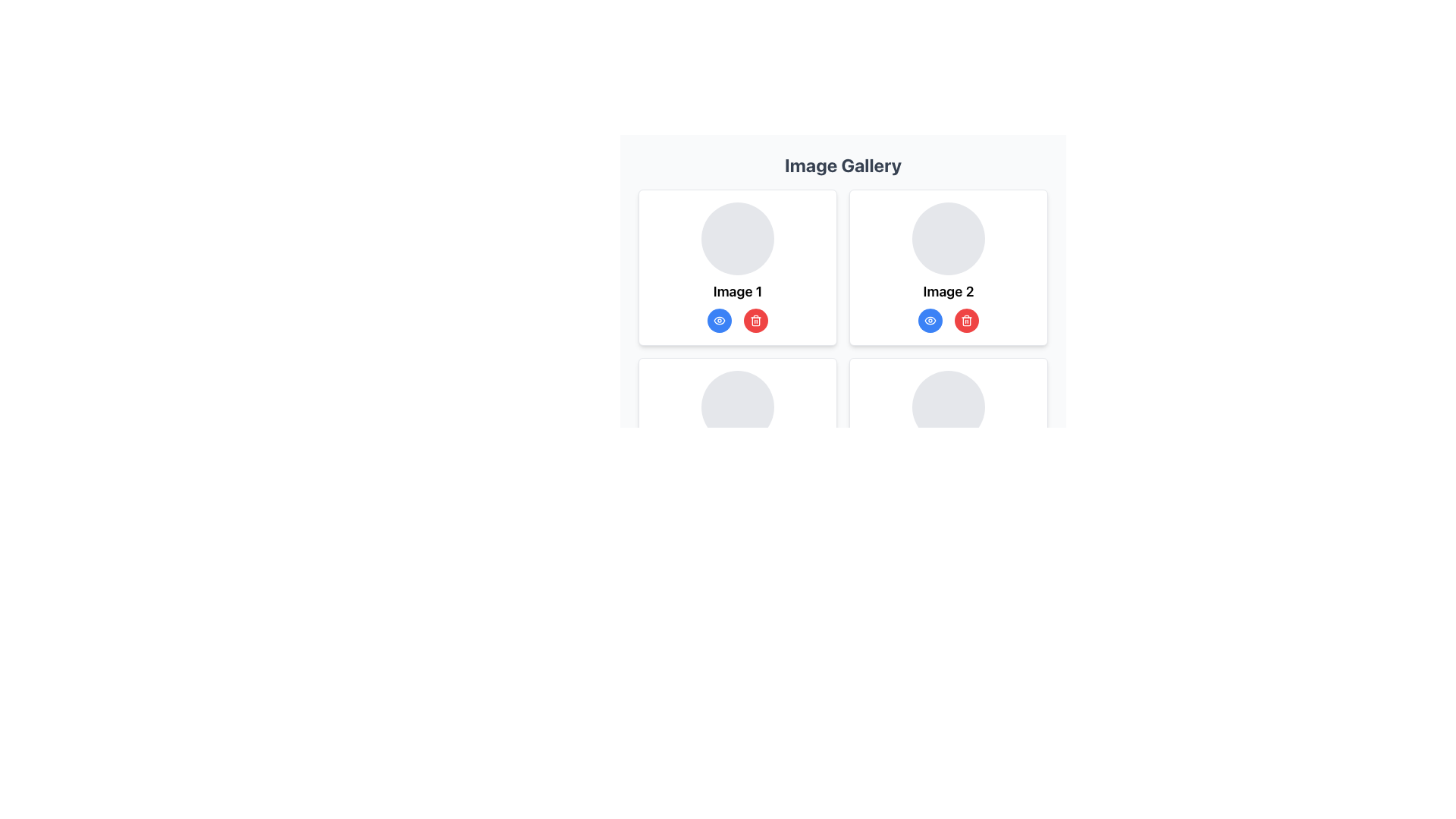  What do you see at coordinates (966, 320) in the screenshot?
I see `the delete button located to the right of the blue circular eye icon button under the 'Image 2' thumbnail` at bounding box center [966, 320].